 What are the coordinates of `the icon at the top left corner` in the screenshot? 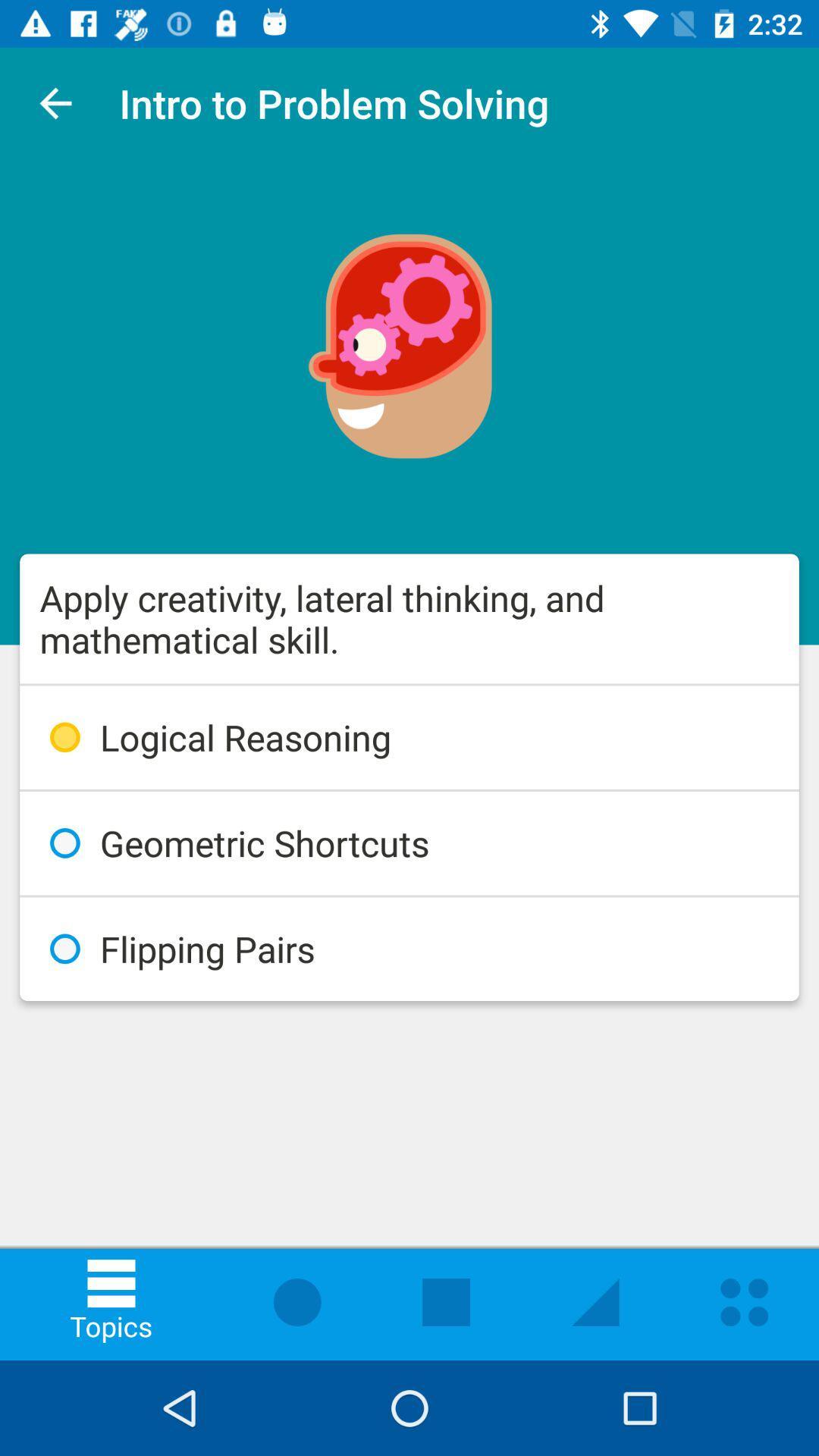 It's located at (55, 102).